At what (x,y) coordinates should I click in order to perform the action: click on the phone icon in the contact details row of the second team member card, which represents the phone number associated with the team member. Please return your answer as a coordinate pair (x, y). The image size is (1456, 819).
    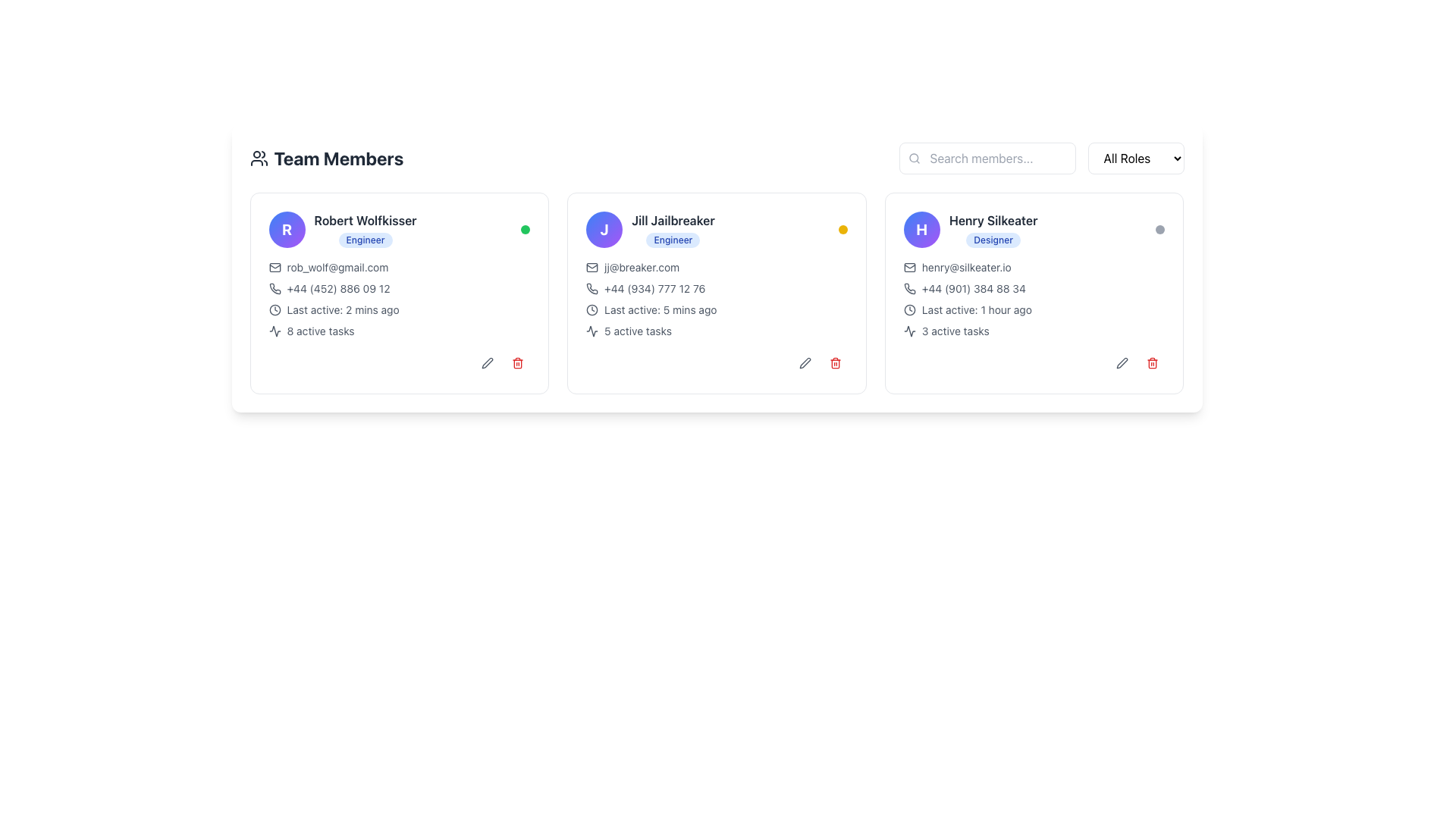
    Looking at the image, I should click on (591, 289).